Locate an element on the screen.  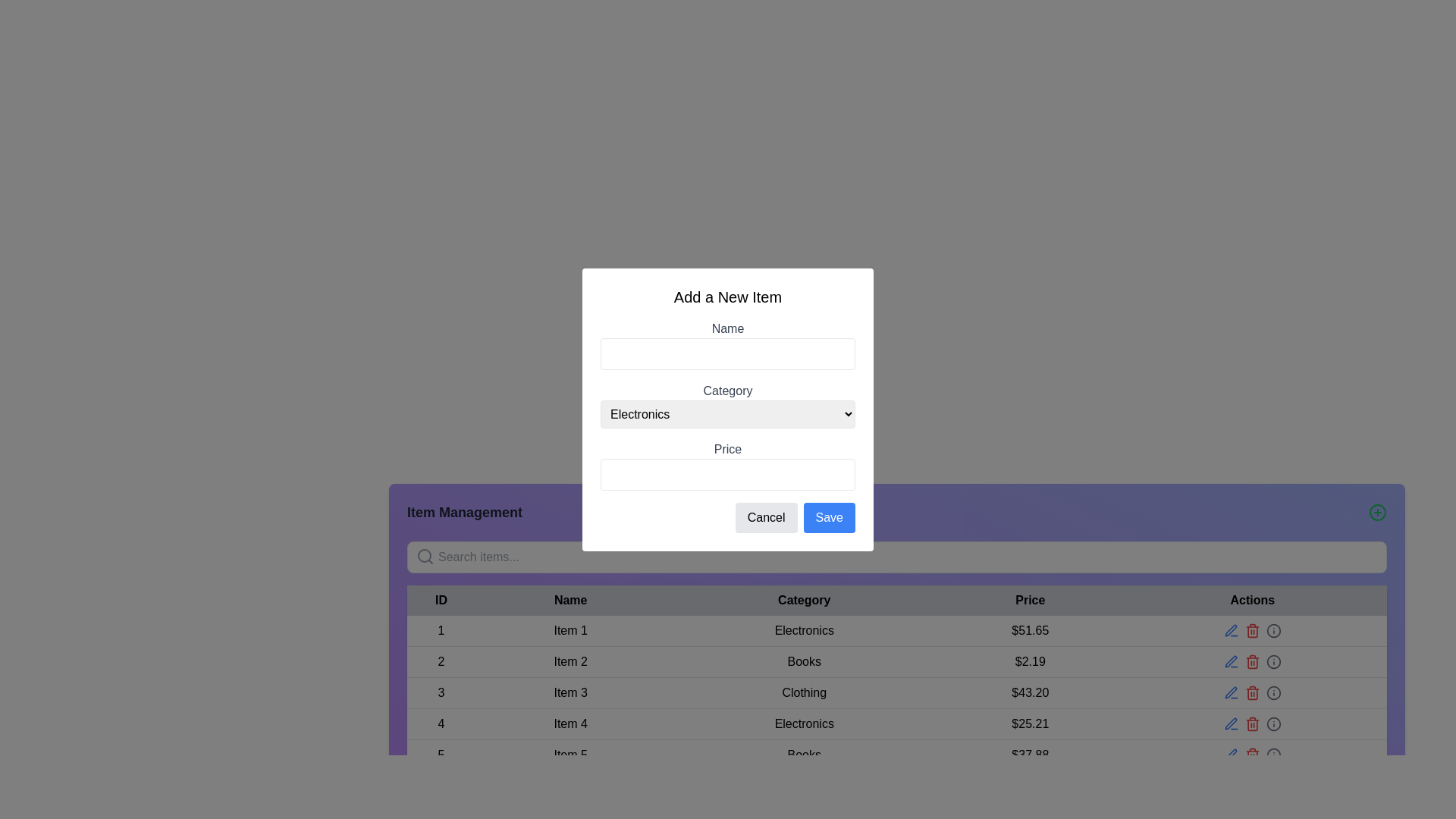
the label displaying 'Item 4' in the Name column of the table, which is located in the row corresponding to ID '4', adjacent to the 'Electronics' label in the Category column is located at coordinates (570, 723).